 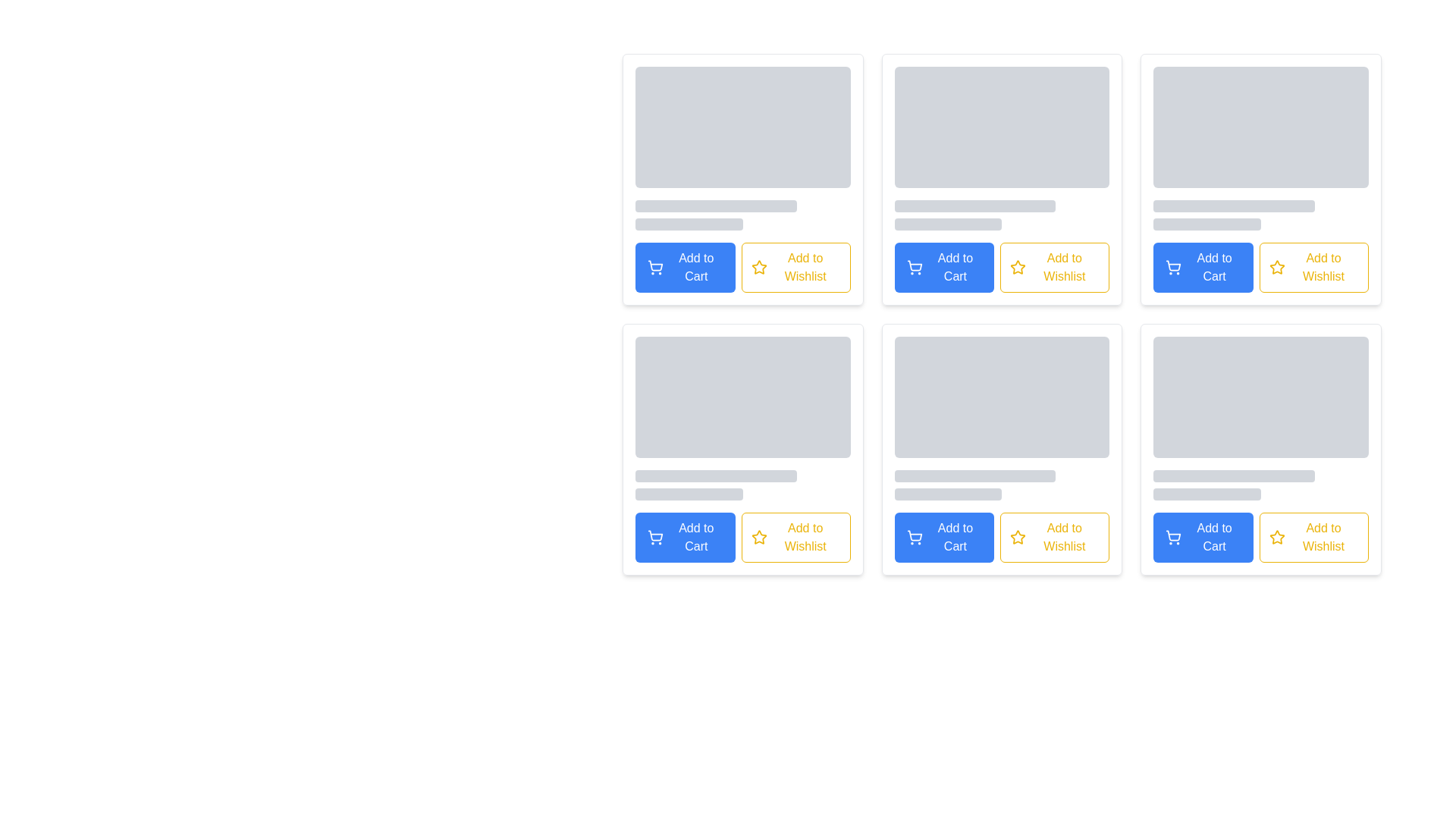 I want to click on the shopping cart icon within the 'Add to Cart' button located at the lower right card in a grid layout, so click(x=1172, y=537).